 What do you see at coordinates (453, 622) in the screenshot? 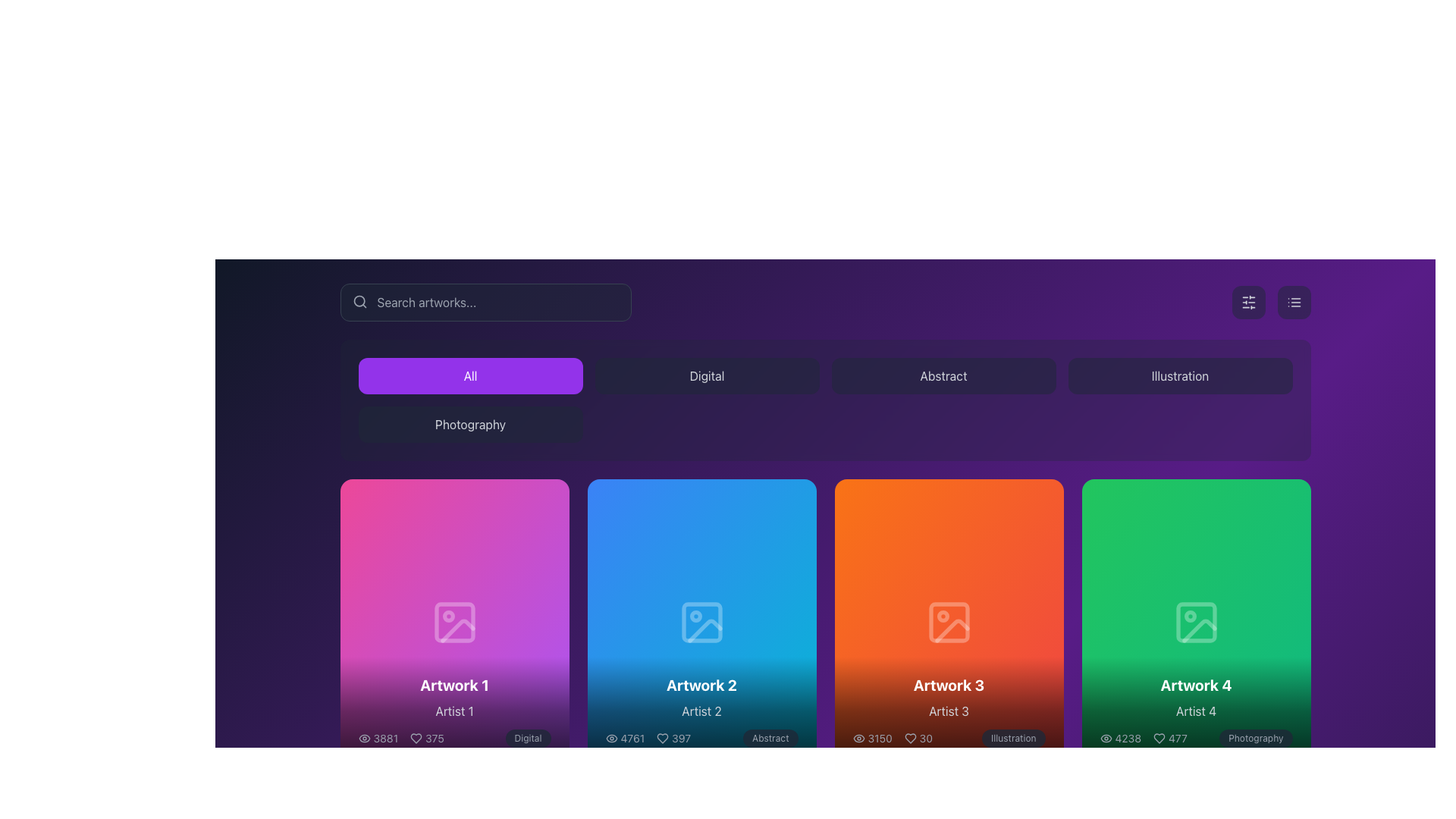
I see `the graphical rectangle component indicating an image placeholder within the 'Artwork 1' card in the first column of the grid layout` at bounding box center [453, 622].